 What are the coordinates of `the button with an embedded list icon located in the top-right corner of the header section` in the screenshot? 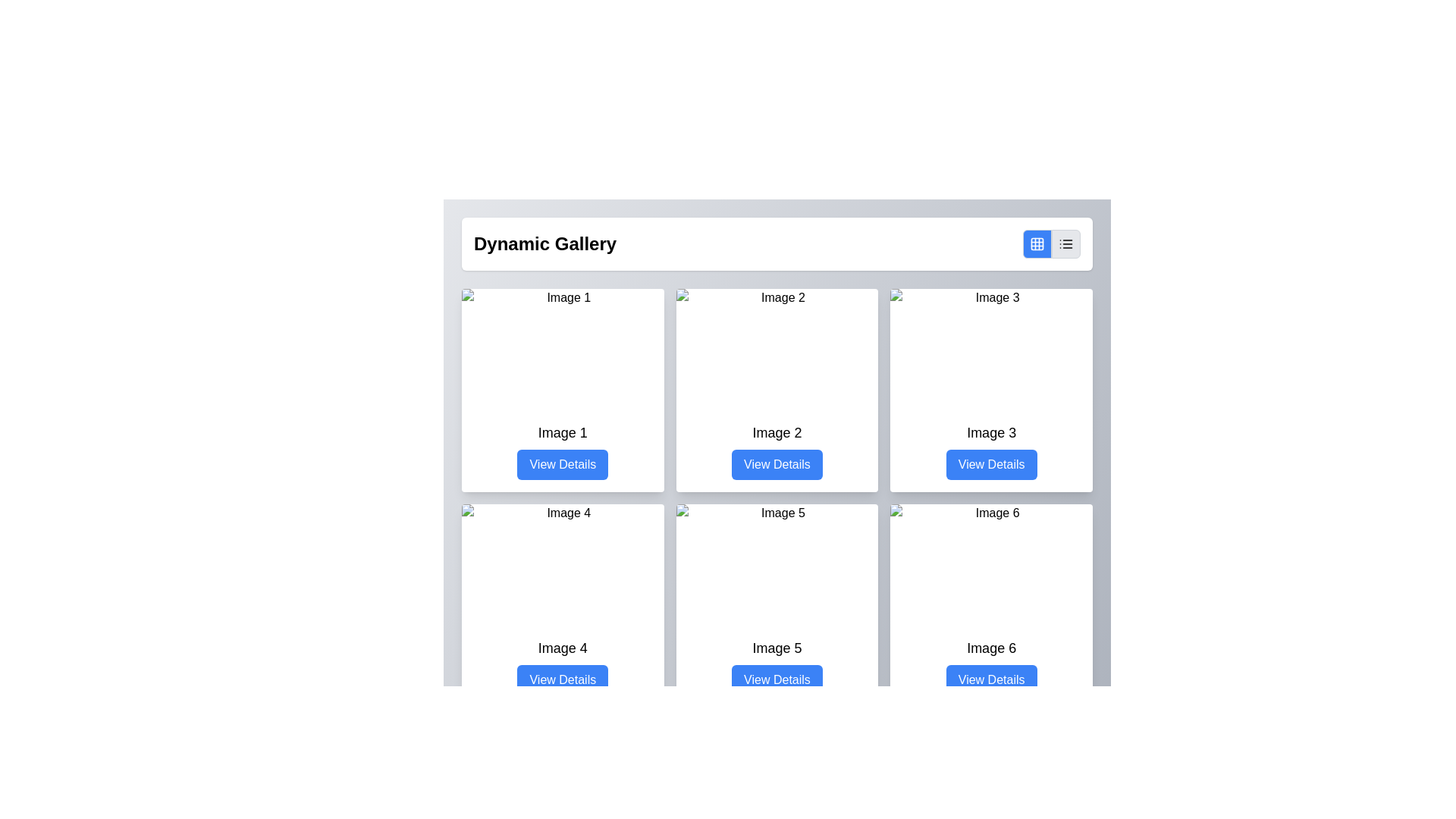 It's located at (1065, 243).